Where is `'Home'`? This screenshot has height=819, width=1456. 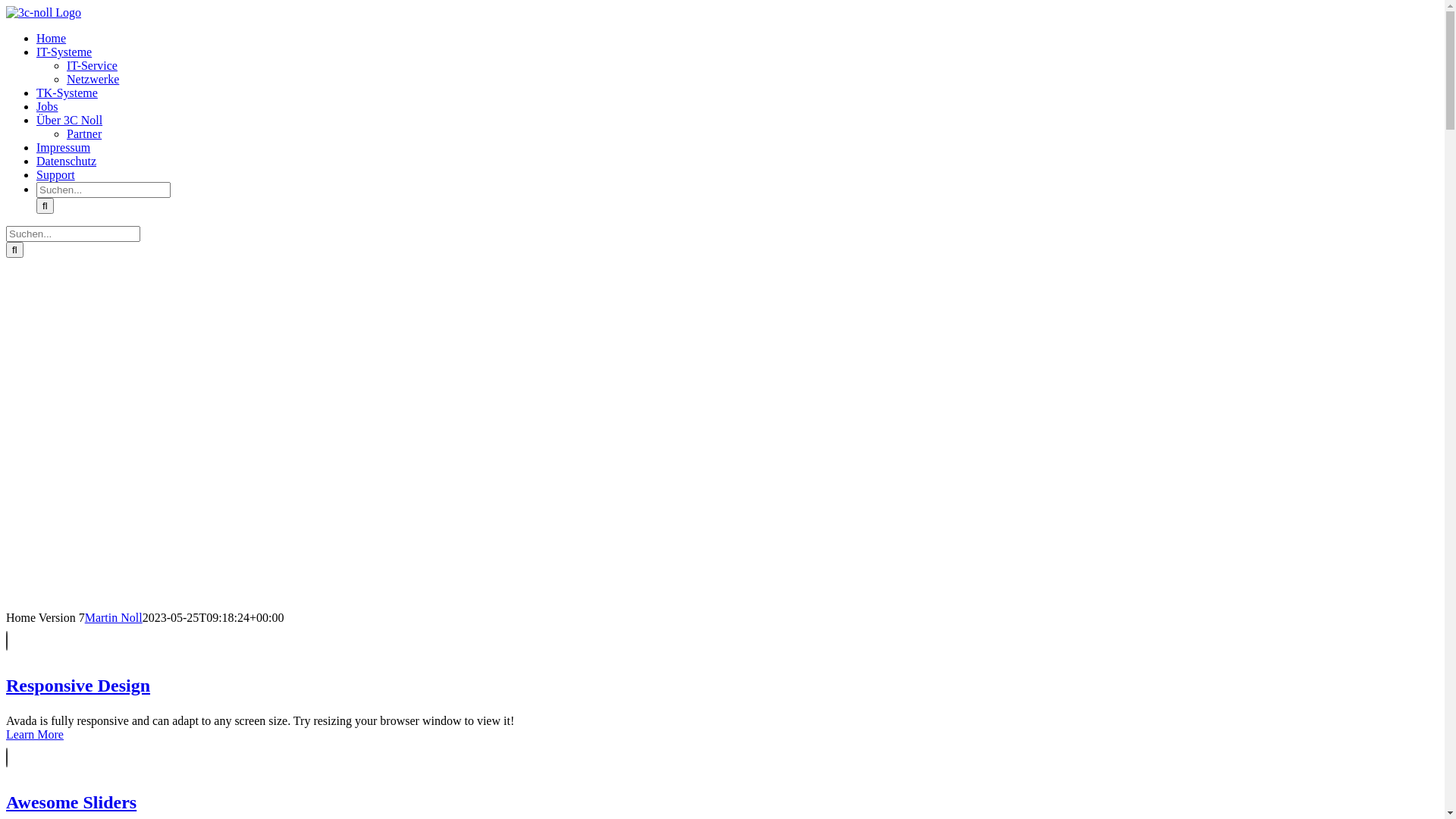 'Home' is located at coordinates (51, 37).